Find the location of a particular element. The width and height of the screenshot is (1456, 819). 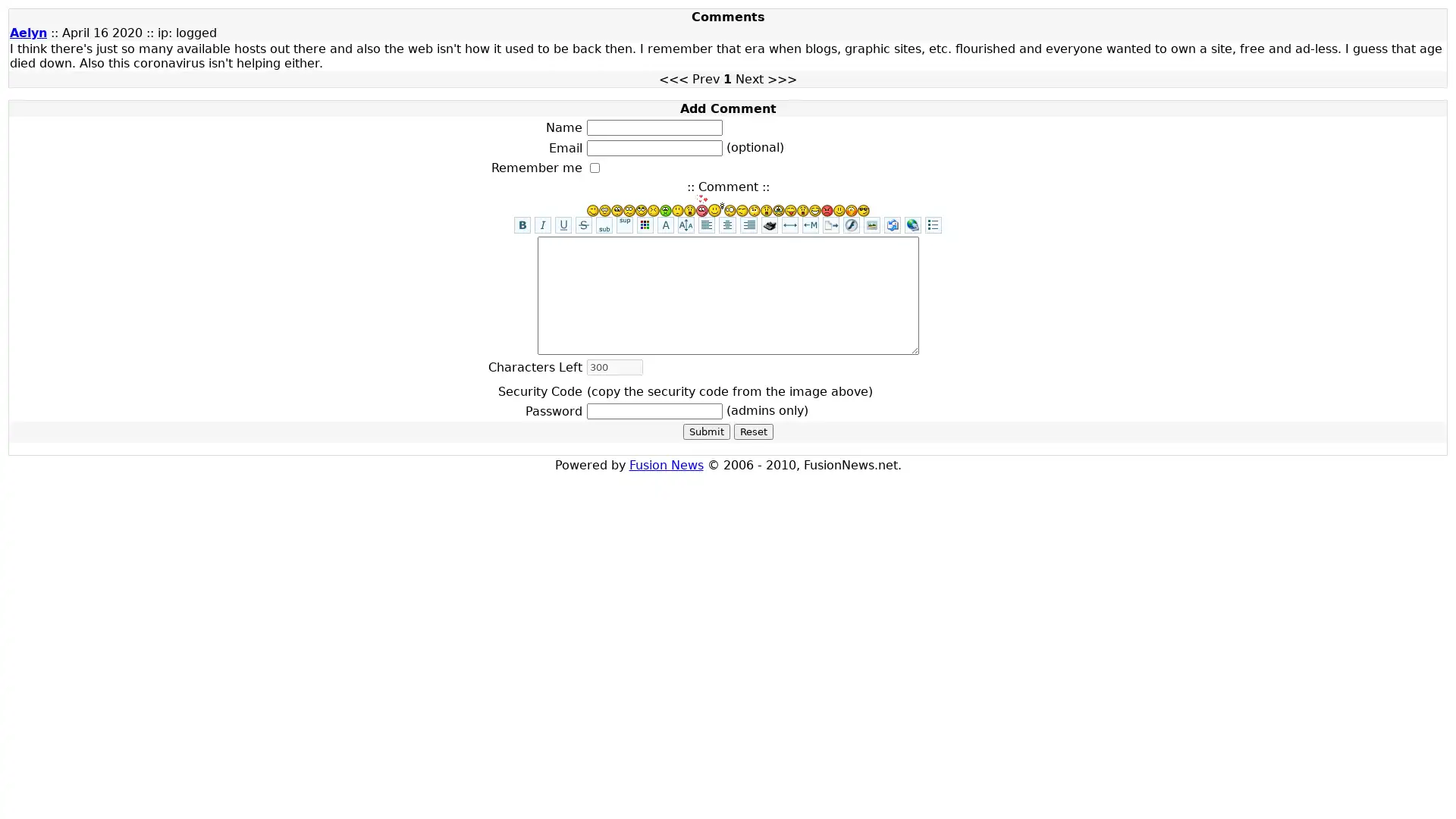

Submit is located at coordinates (705, 431).